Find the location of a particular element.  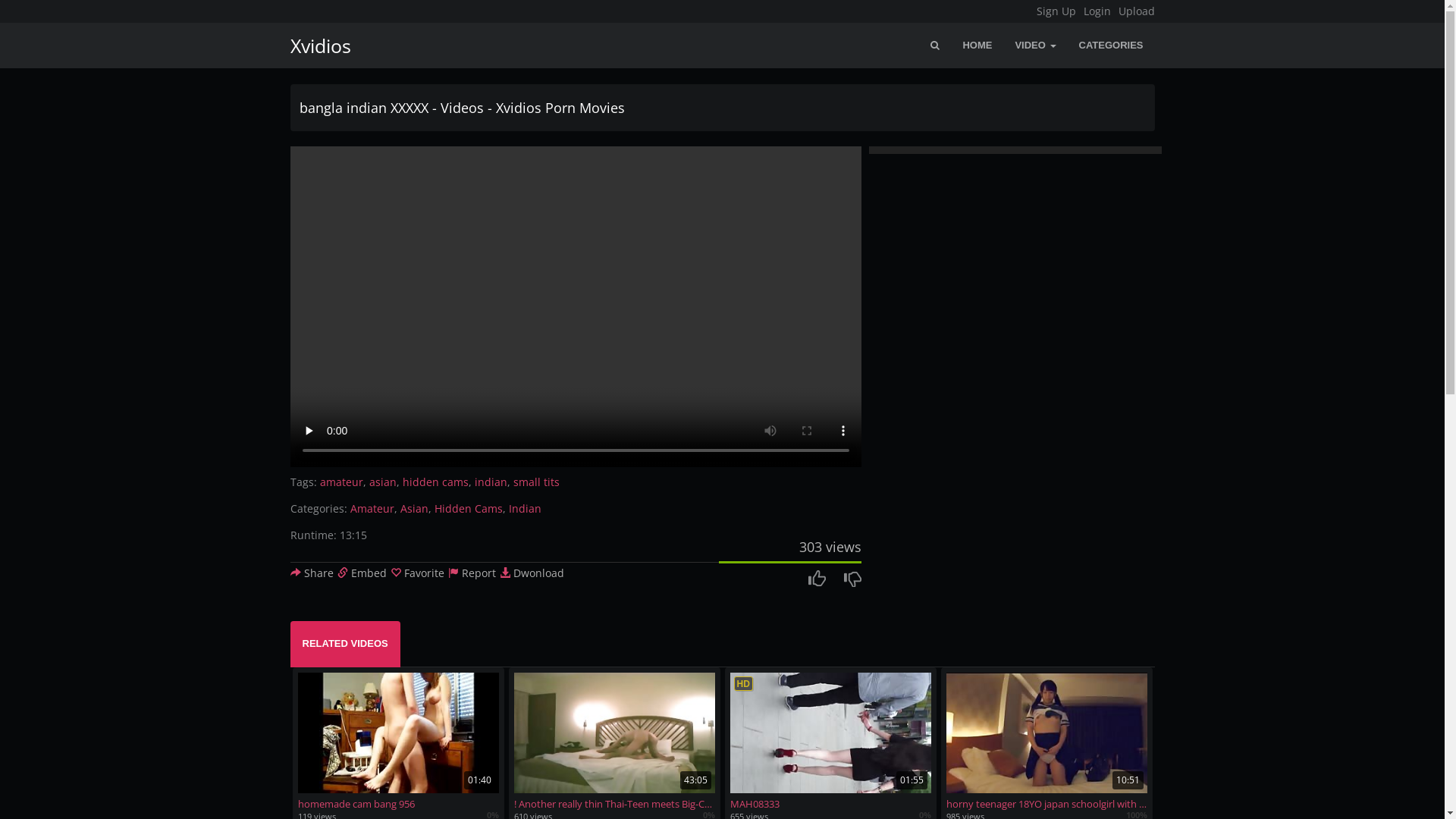

'01:40 is located at coordinates (397, 741).